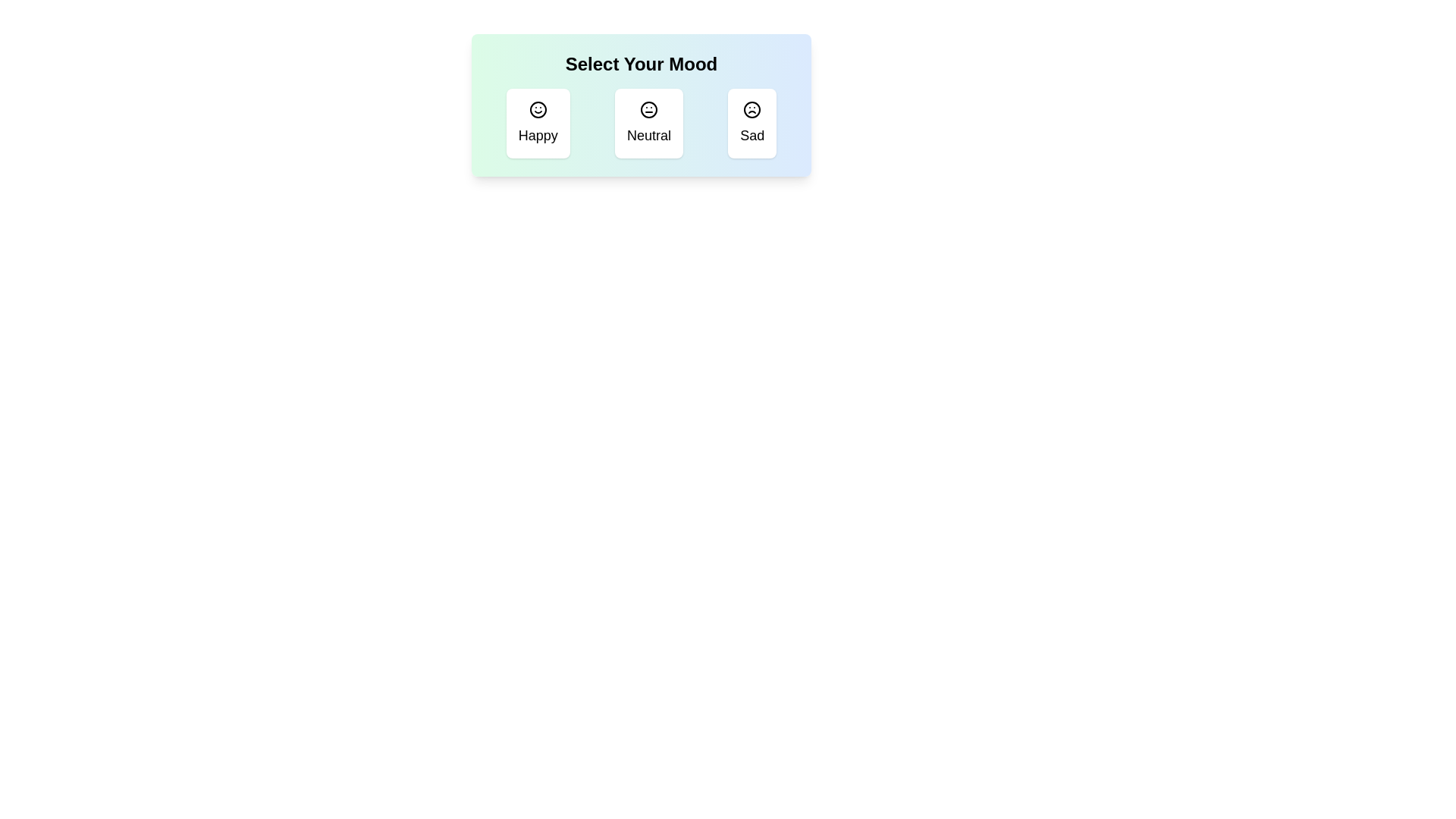  I want to click on the mood icon corresponding to Neutral to toggle its selection, so click(648, 122).